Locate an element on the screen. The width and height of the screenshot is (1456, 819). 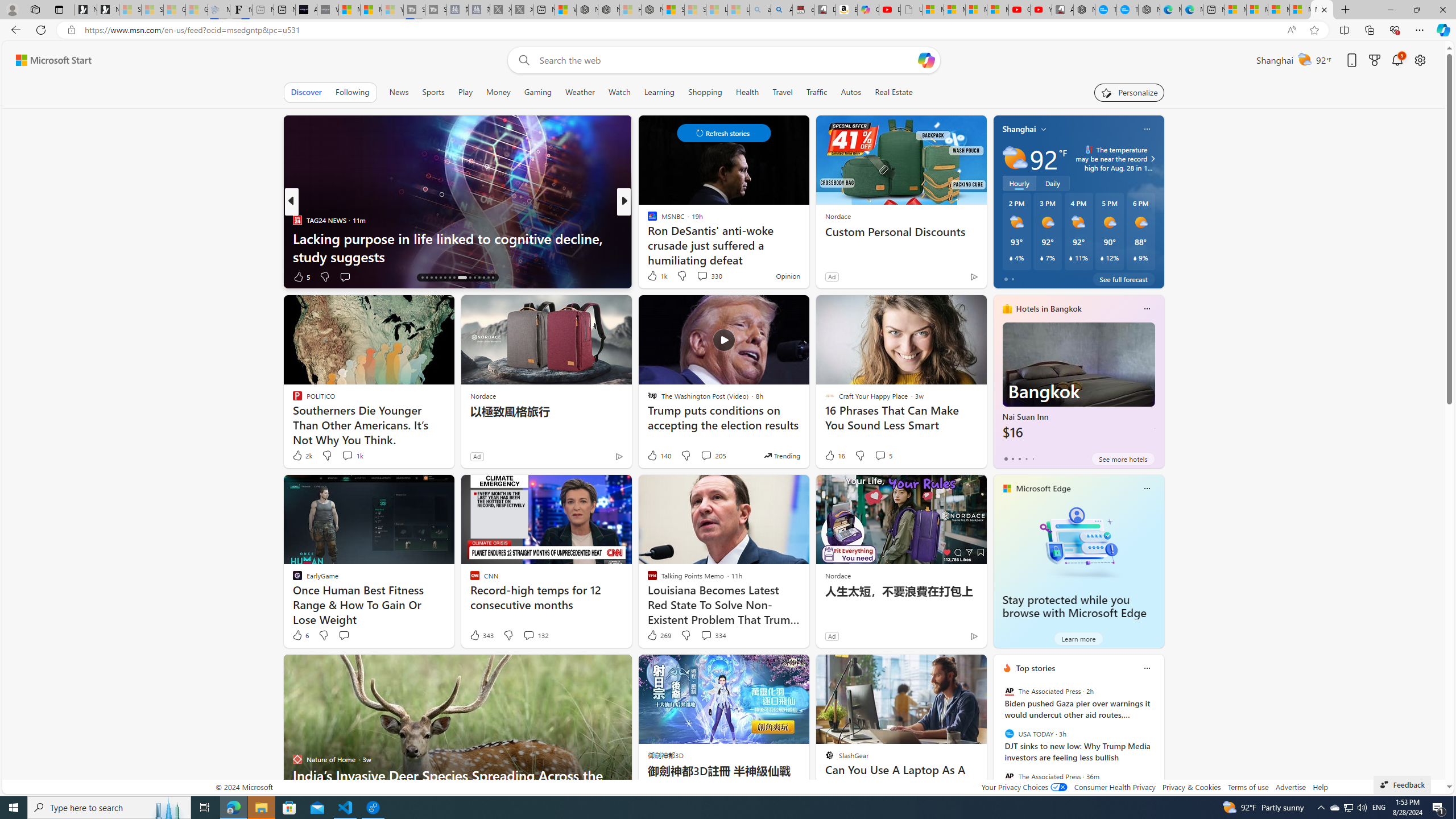
'View comments 334 Comment' is located at coordinates (713, 634).